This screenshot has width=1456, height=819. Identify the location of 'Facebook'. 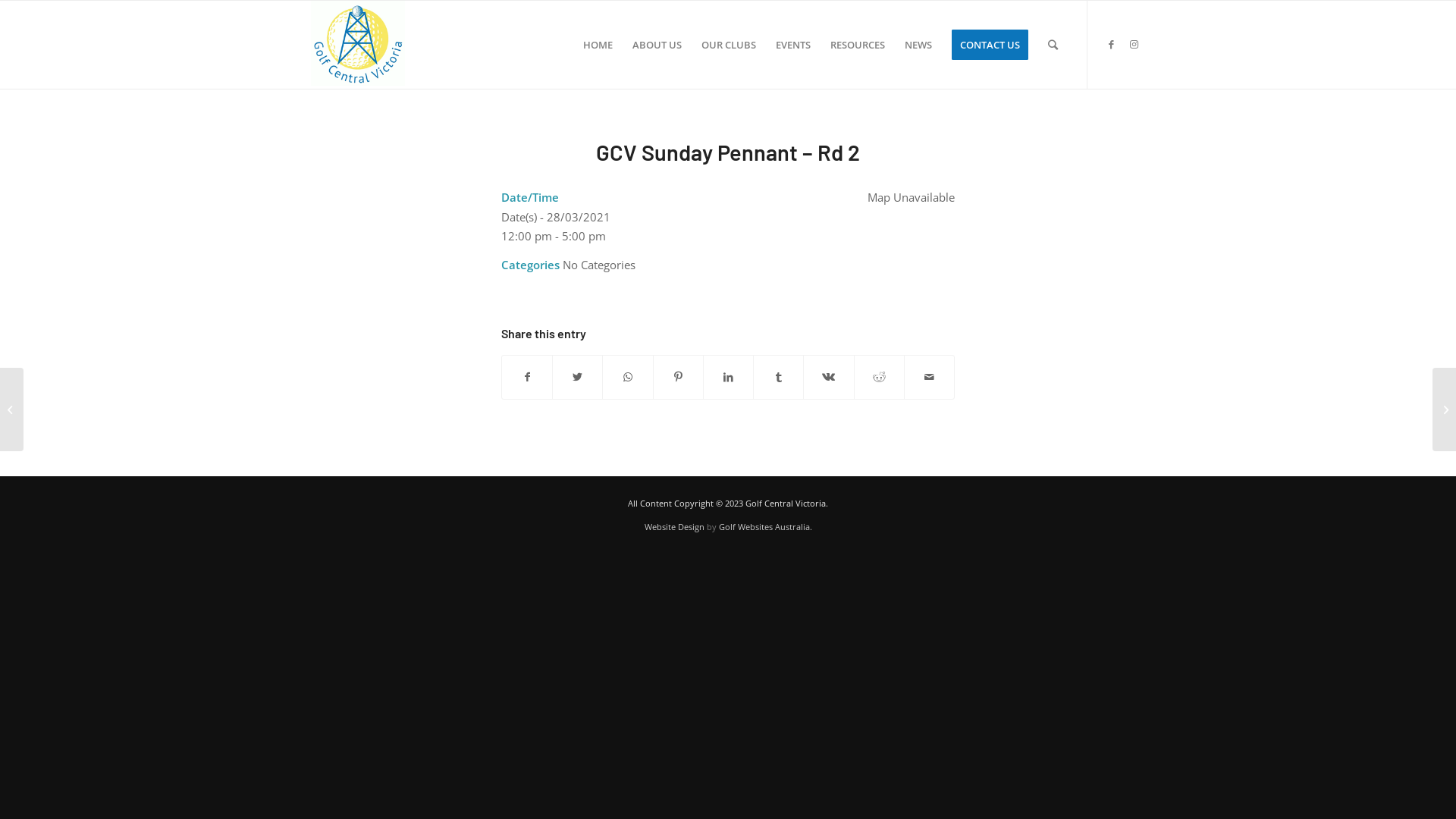
(1110, 42).